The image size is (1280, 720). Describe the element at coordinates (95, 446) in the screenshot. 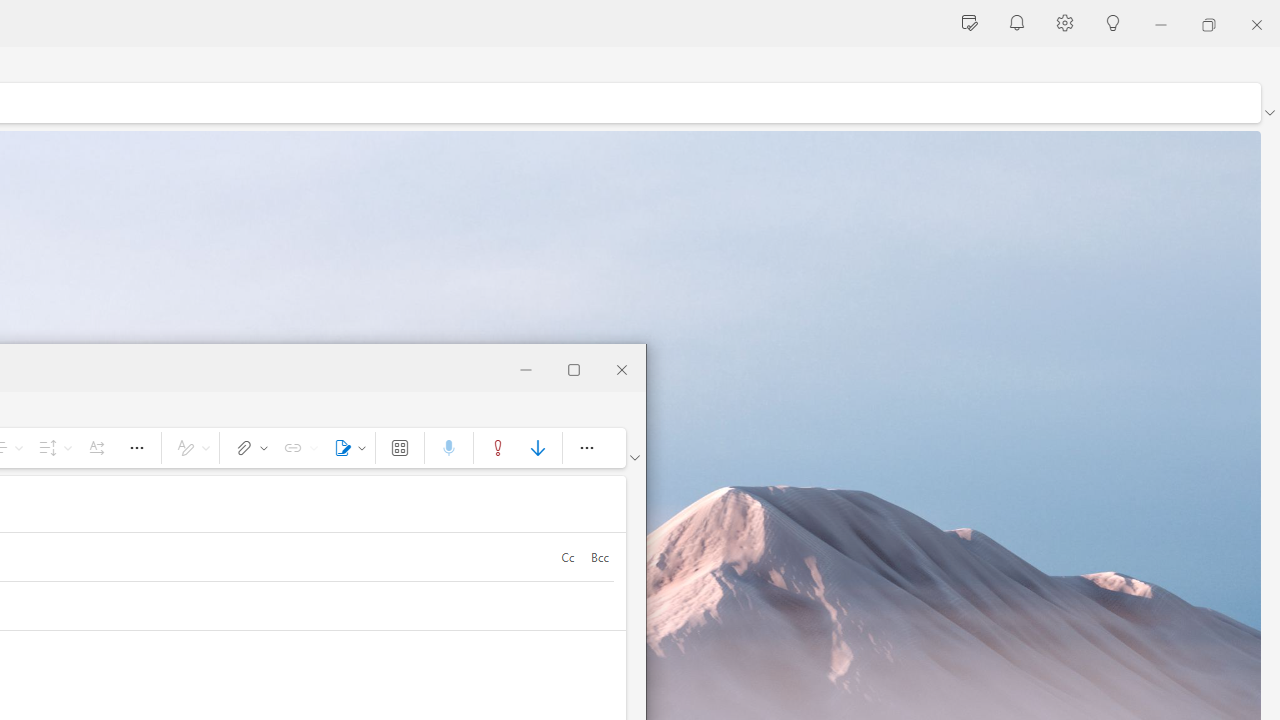

I see `'Left-to-right'` at that location.